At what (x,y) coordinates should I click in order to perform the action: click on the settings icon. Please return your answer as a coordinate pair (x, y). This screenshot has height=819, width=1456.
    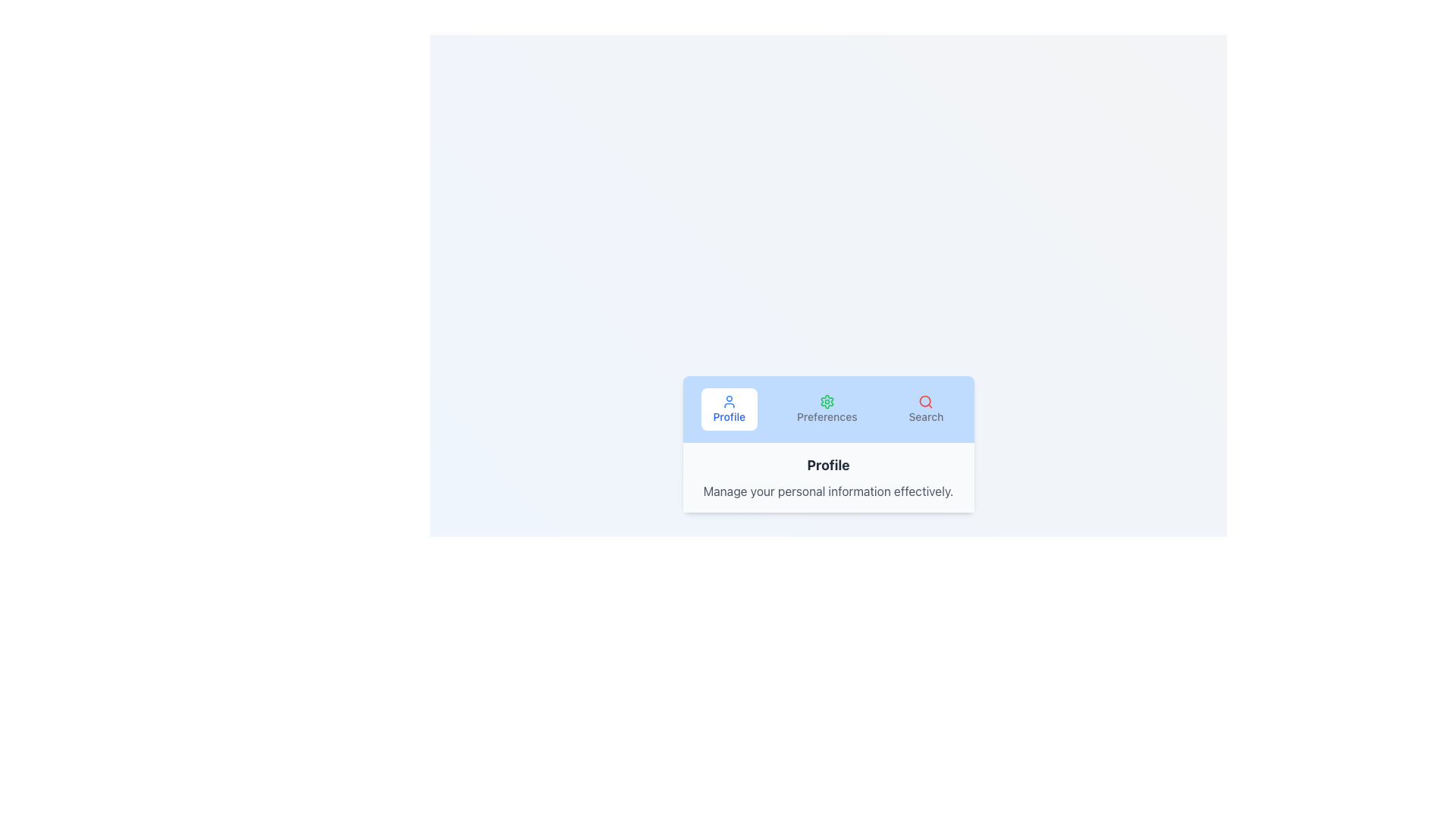
    Looking at the image, I should click on (826, 400).